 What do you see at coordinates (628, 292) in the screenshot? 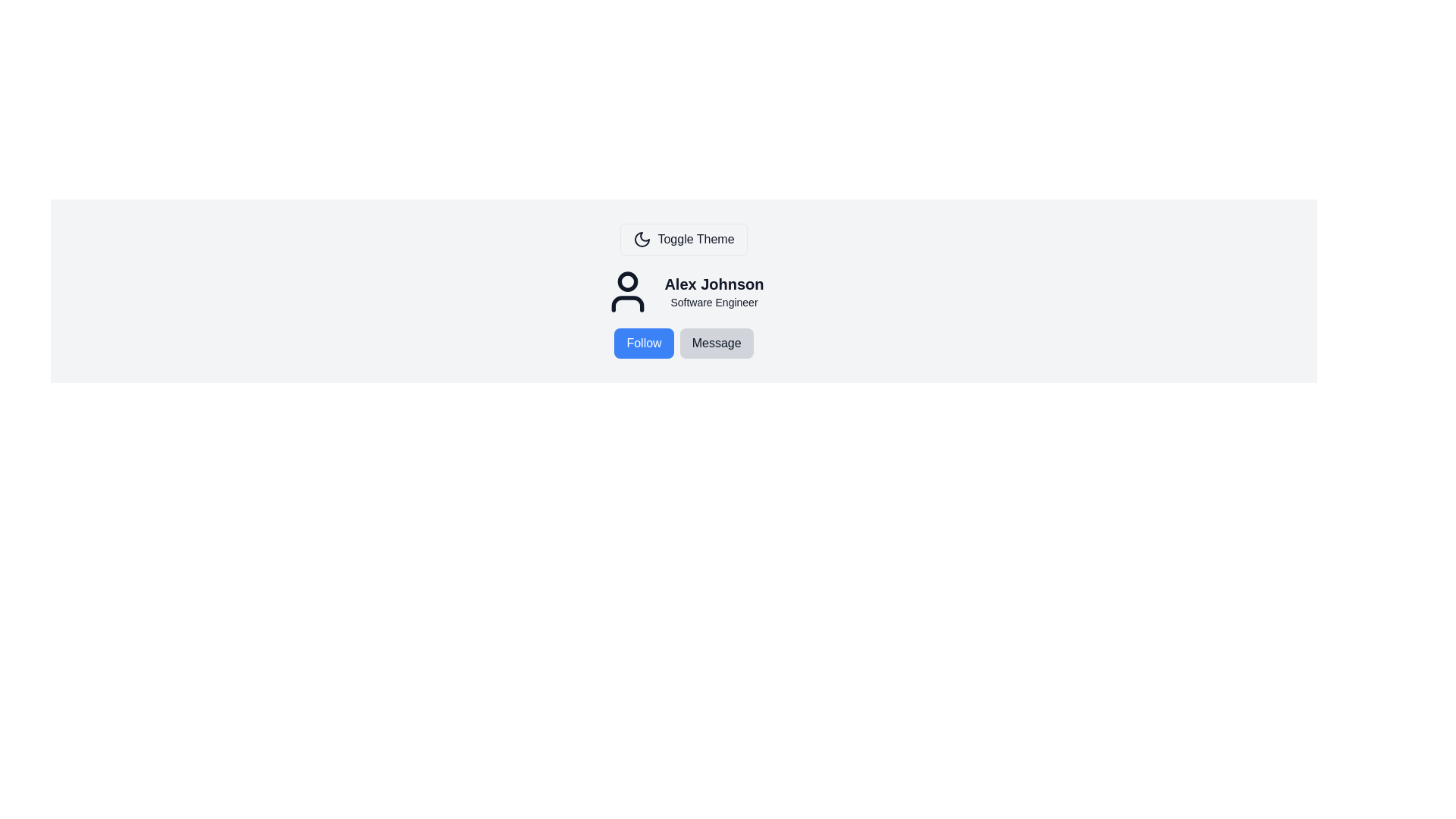
I see `the user profile icon, which is a stylized outline of a person represented by a circular head above a semicircular torso, positioned to the left of the text 'Alex Johnson' and 'Software Engineer'` at bounding box center [628, 292].